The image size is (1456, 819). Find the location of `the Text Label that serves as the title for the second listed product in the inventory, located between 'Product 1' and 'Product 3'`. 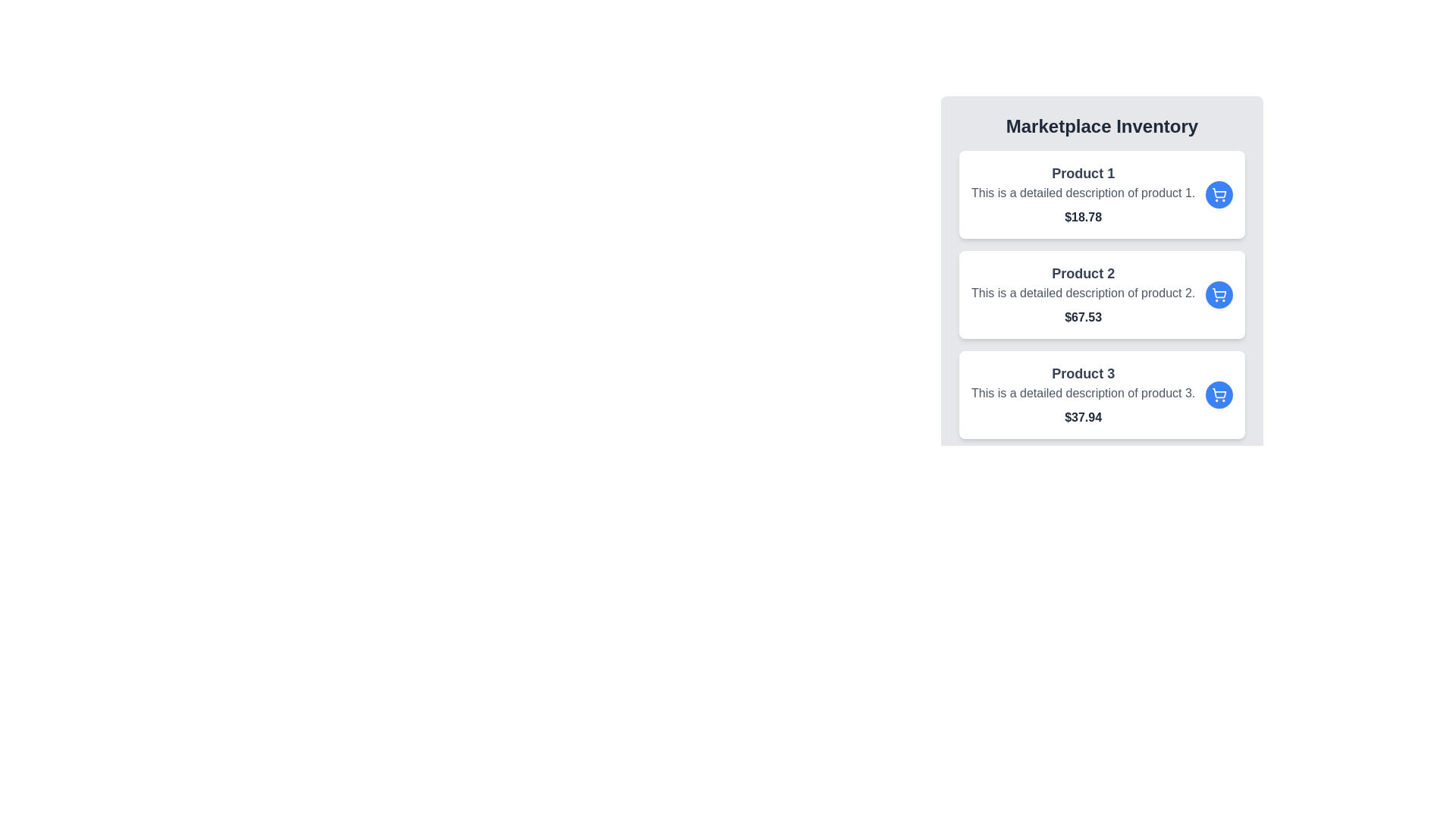

the Text Label that serves as the title for the second listed product in the inventory, located between 'Product 1' and 'Product 3' is located at coordinates (1082, 274).